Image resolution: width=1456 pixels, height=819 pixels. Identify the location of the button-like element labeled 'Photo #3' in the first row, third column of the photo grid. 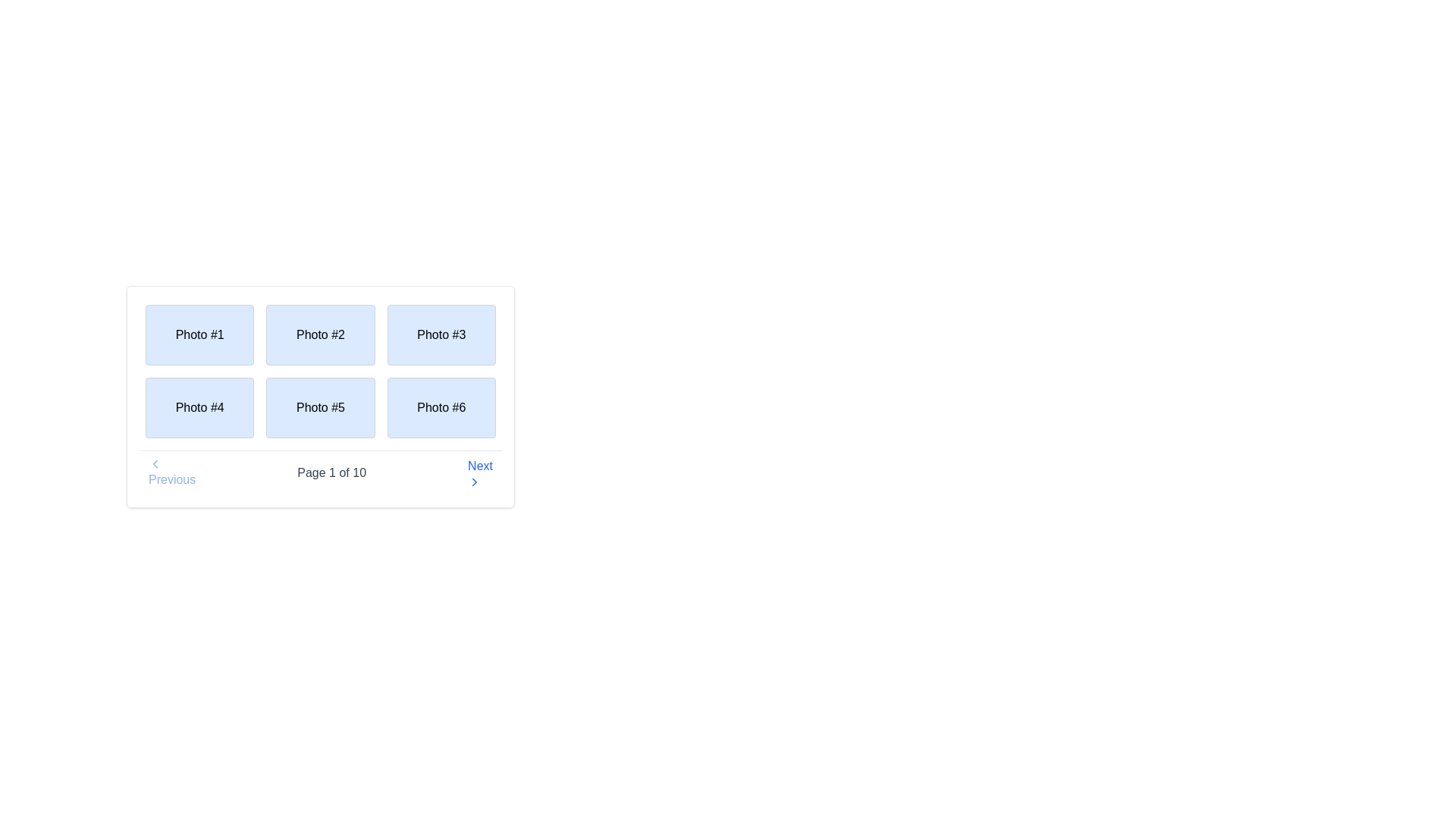
(441, 334).